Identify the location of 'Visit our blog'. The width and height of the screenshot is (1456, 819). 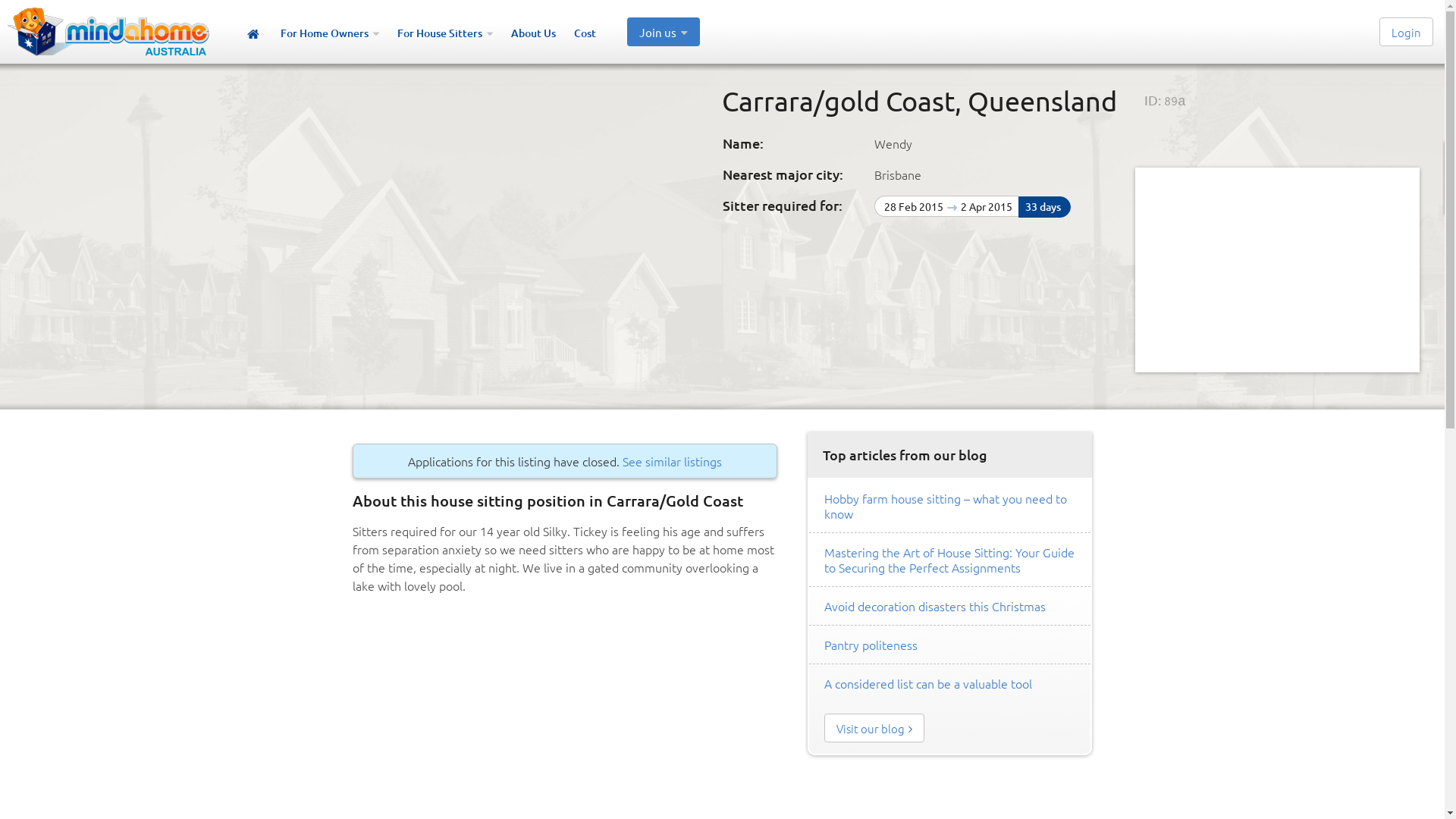
(874, 727).